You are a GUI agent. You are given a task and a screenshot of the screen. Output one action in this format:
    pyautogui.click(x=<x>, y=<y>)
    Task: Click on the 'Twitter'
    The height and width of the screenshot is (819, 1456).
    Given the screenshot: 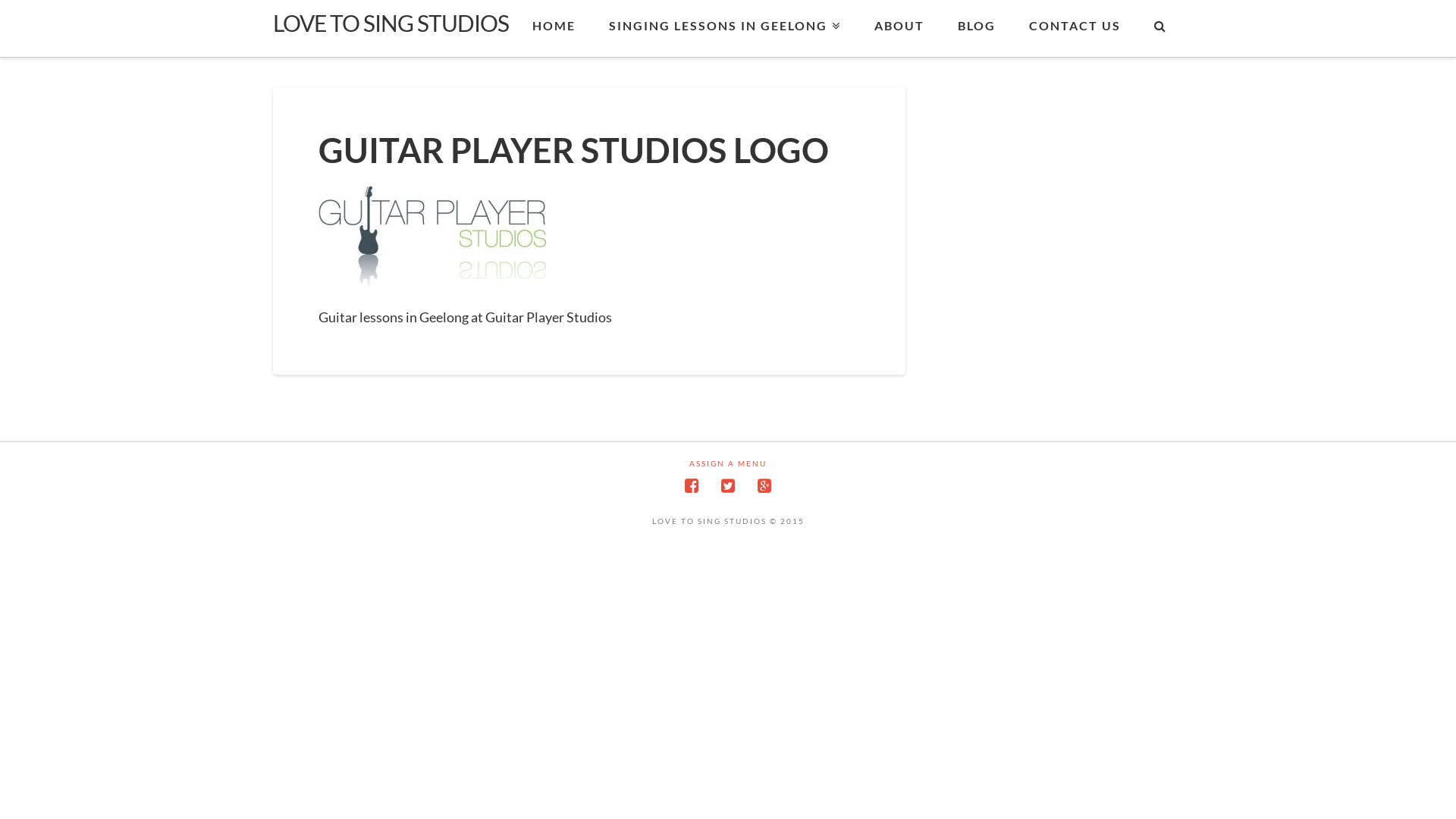 What is the action you would take?
    pyautogui.click(x=720, y=485)
    